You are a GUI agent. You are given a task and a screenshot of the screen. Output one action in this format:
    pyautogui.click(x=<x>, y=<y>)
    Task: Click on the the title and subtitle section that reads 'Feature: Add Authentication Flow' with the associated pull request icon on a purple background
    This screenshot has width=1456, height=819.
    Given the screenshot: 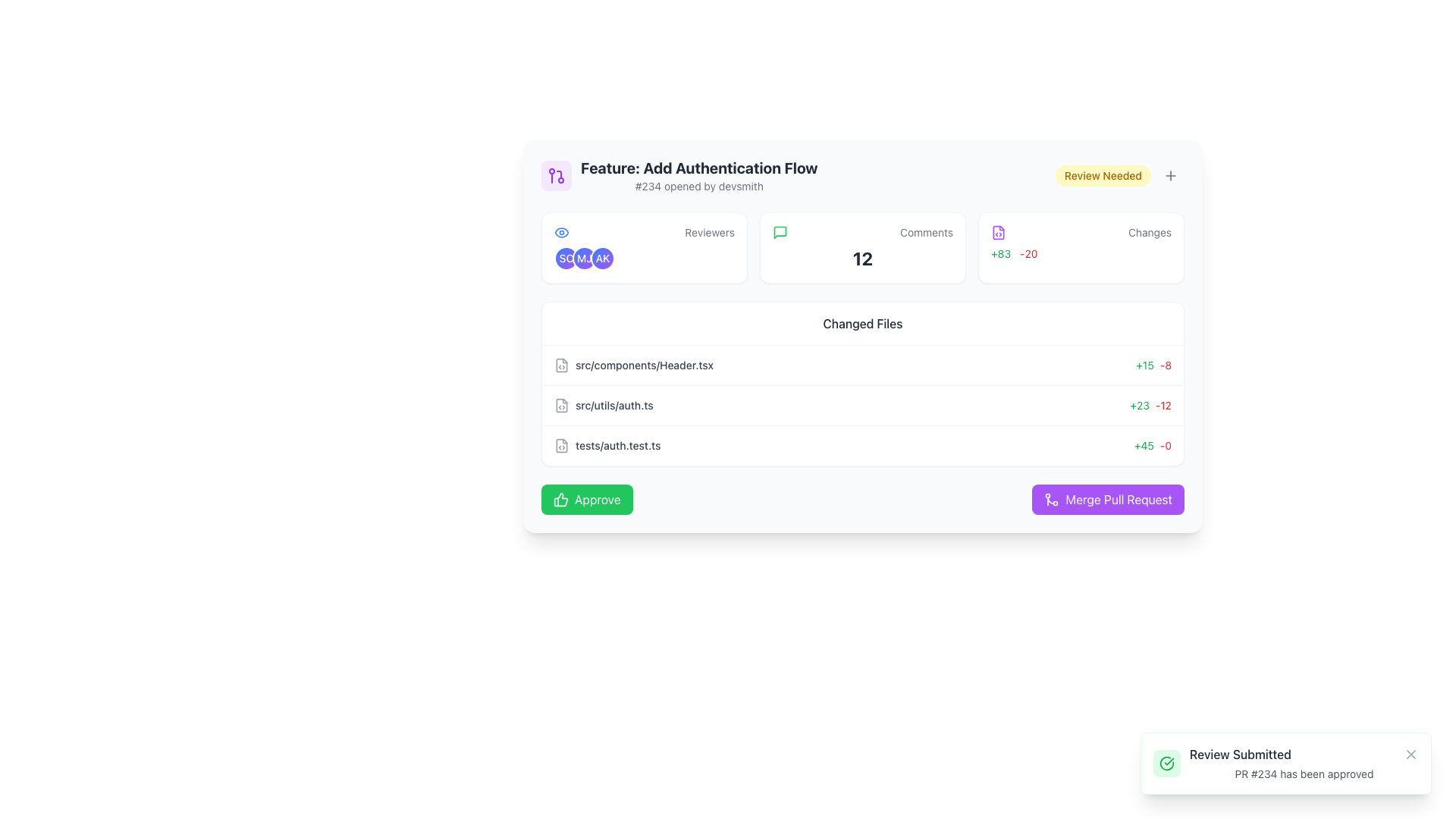 What is the action you would take?
    pyautogui.click(x=679, y=174)
    